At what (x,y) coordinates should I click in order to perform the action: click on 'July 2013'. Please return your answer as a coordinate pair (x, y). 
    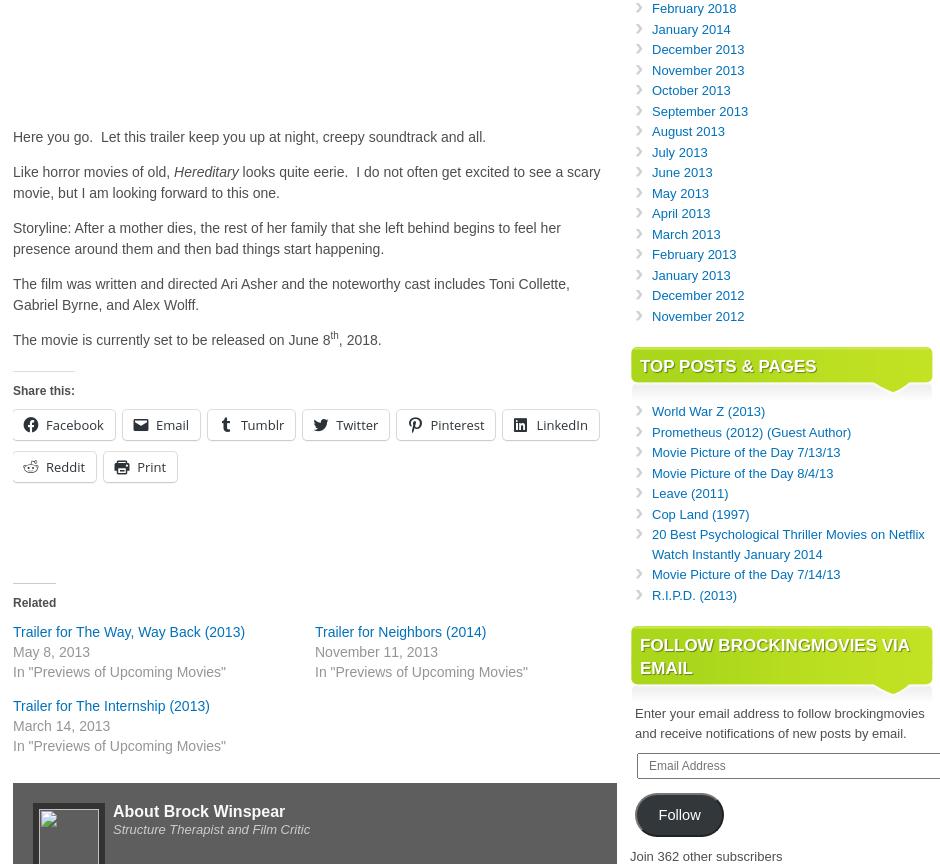
    Looking at the image, I should click on (678, 150).